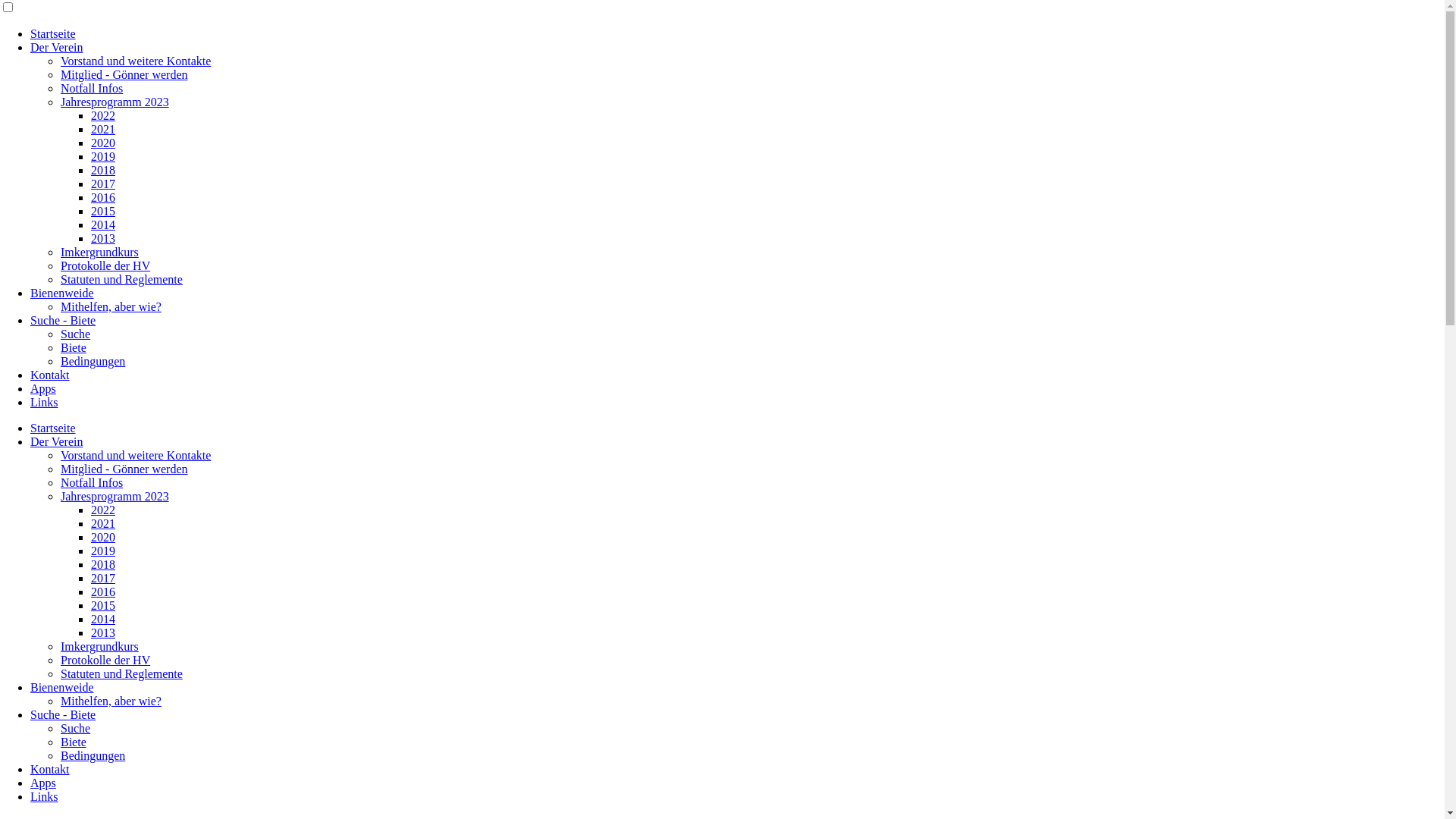  I want to click on '2017', so click(102, 578).